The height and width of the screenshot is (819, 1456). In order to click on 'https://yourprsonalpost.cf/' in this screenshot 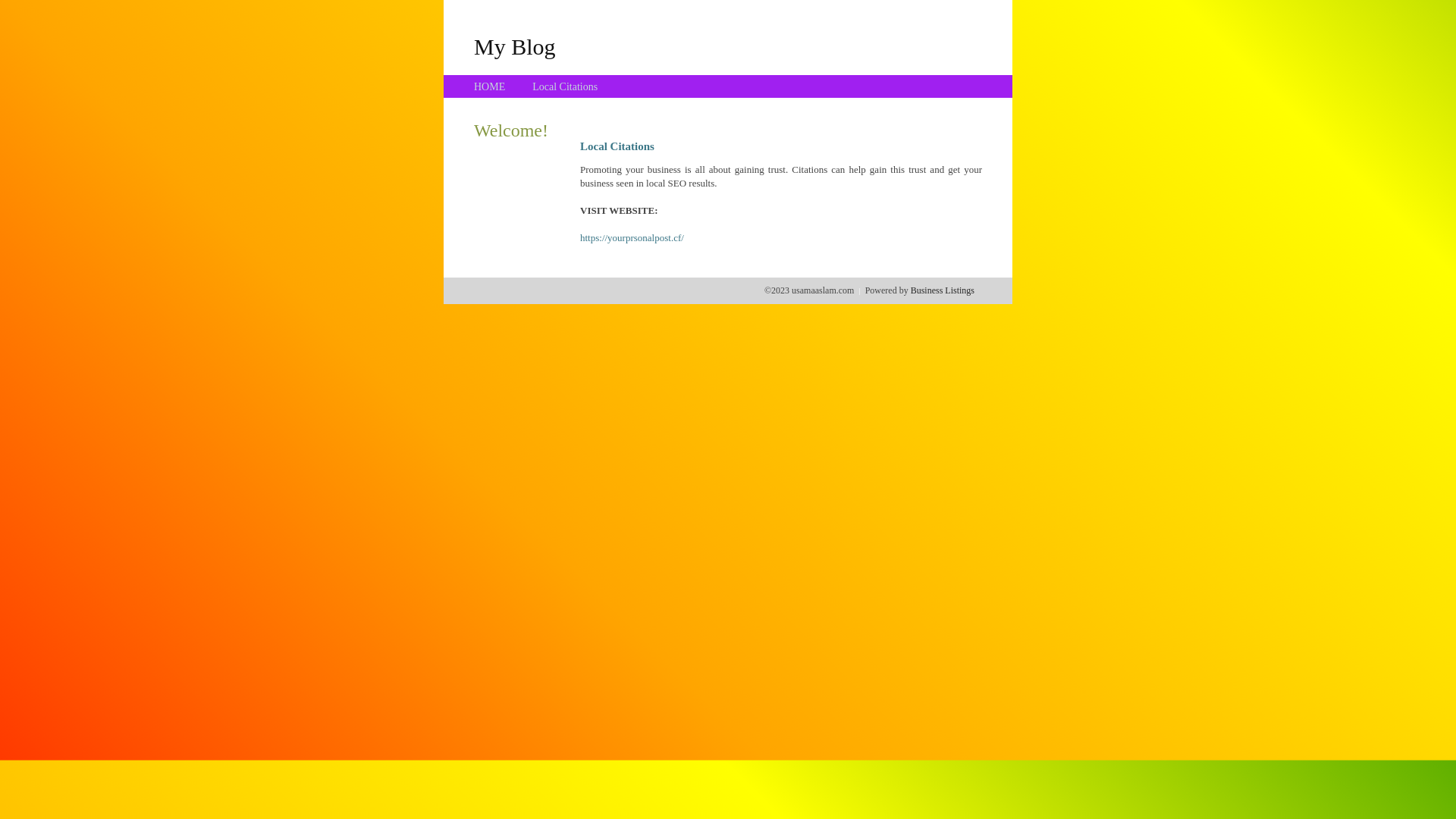, I will do `click(579, 237)`.